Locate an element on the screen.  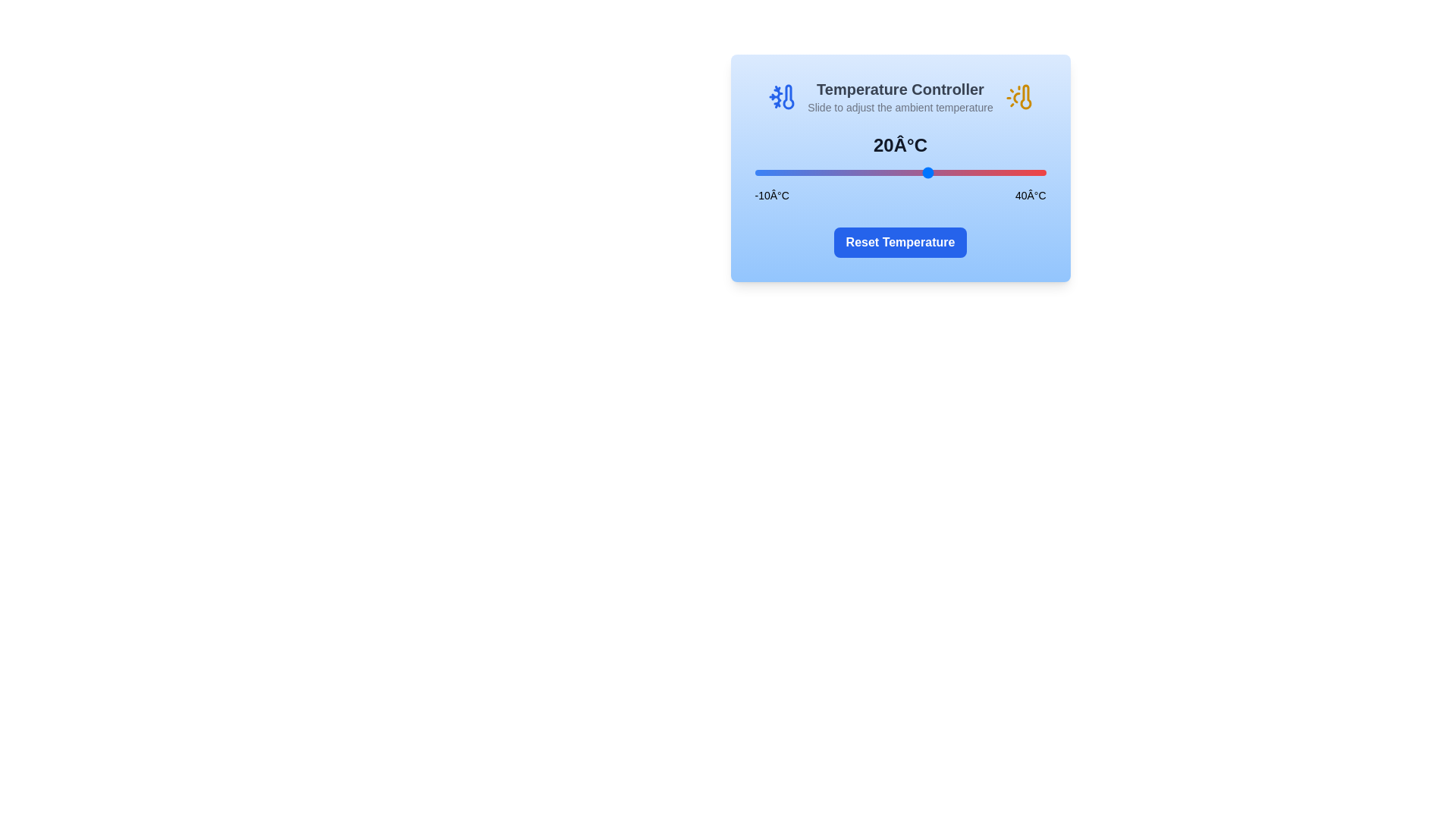
temperature value displayed as '20°C' in bold gray text, which is centered above the temperature slider is located at coordinates (900, 146).